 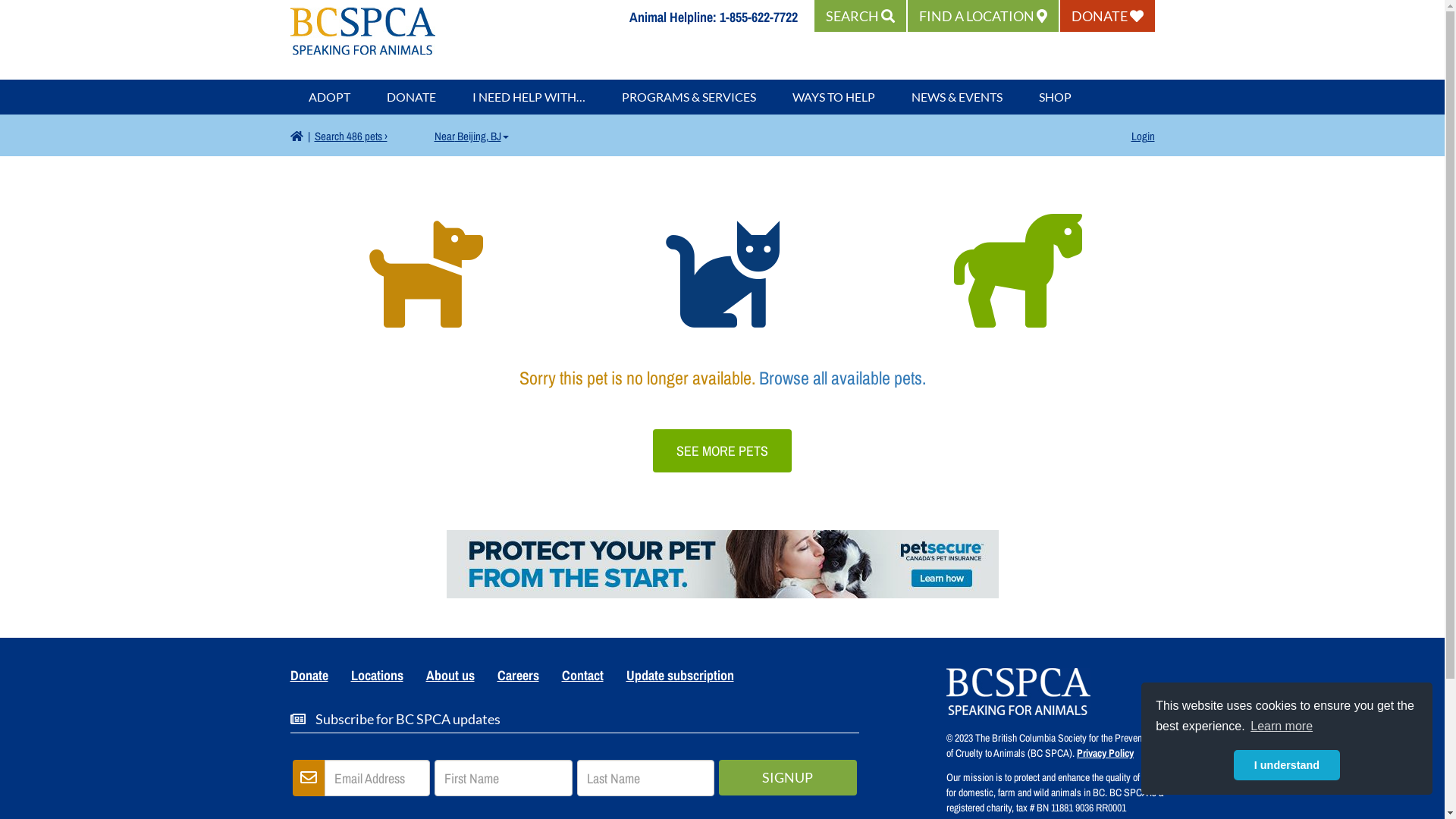 I want to click on 'SEARCH', so click(x=860, y=15).